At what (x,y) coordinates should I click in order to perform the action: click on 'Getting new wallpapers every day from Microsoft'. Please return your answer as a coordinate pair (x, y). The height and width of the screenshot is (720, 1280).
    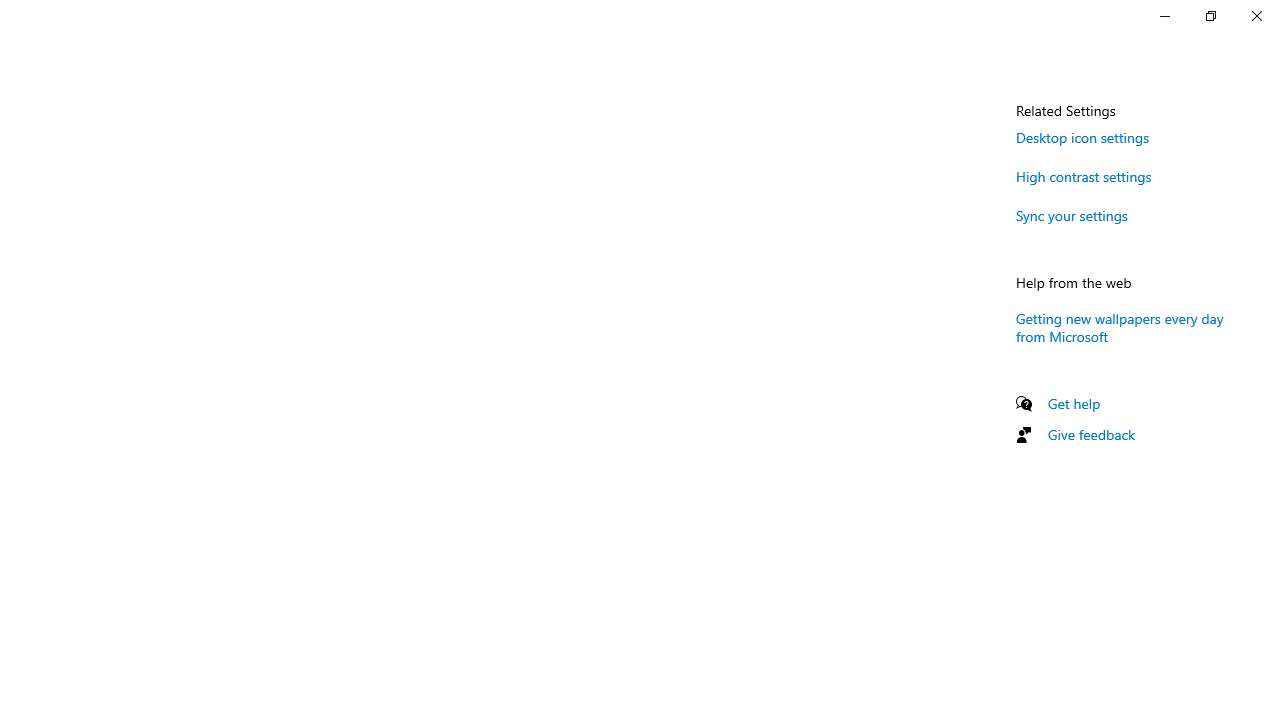
    Looking at the image, I should click on (1120, 326).